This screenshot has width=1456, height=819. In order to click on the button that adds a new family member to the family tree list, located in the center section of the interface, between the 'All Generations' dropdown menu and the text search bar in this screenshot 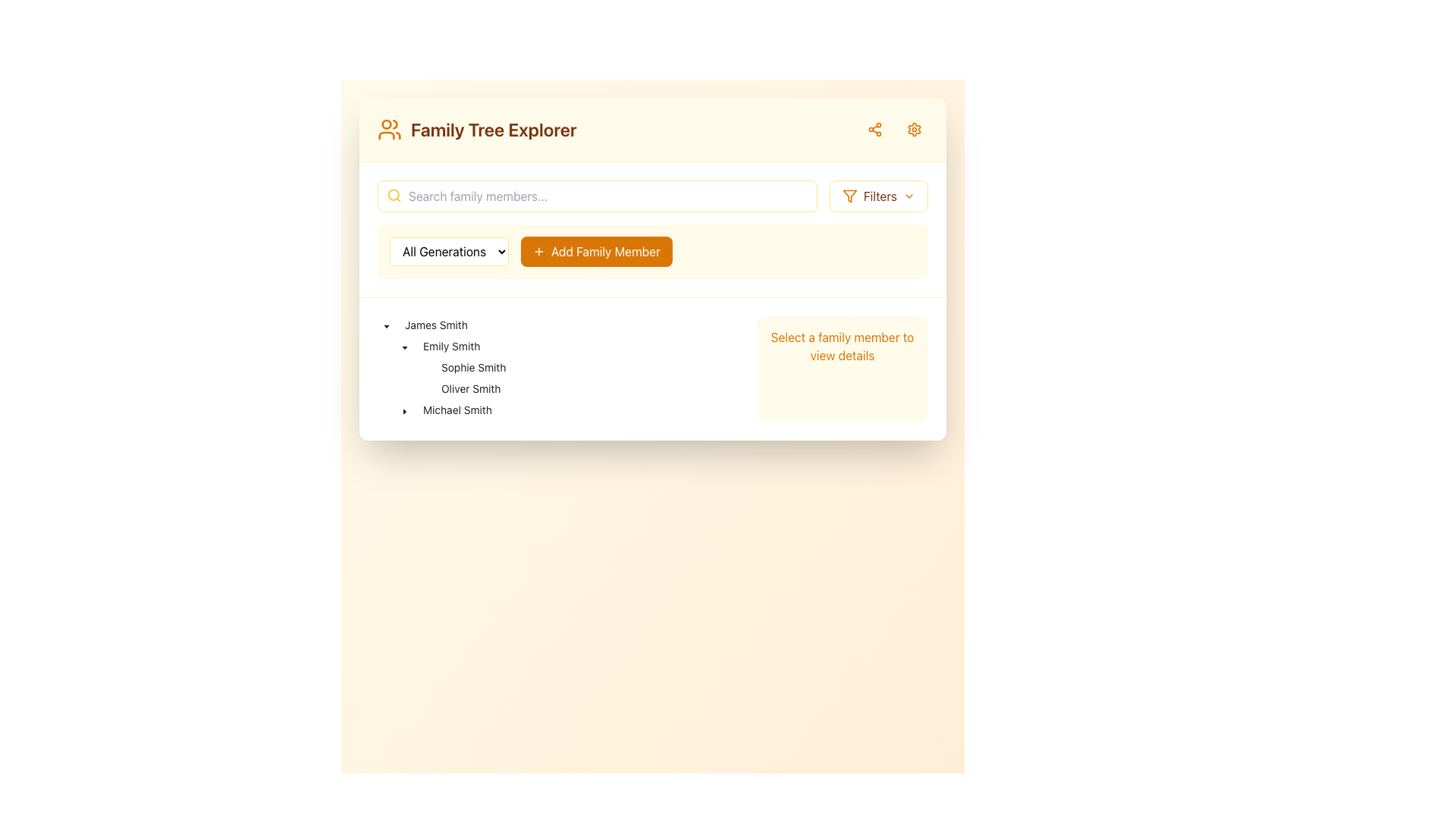, I will do `click(652, 268)`.